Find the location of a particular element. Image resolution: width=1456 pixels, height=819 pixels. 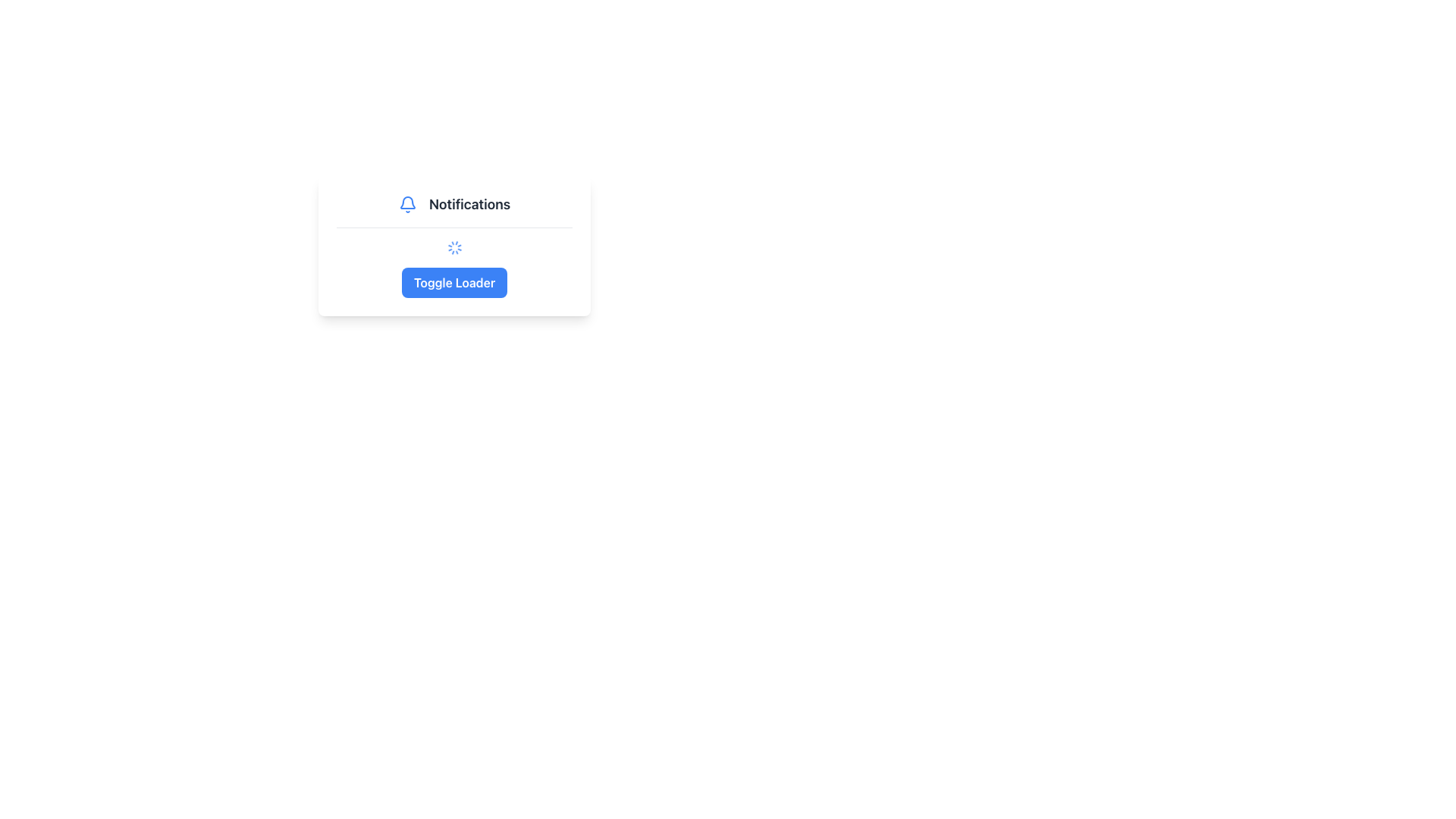

the spinning loader icon, which is styled as a circular progress indicator in blue and white, located in the middle of the notification interface is located at coordinates (453, 247).